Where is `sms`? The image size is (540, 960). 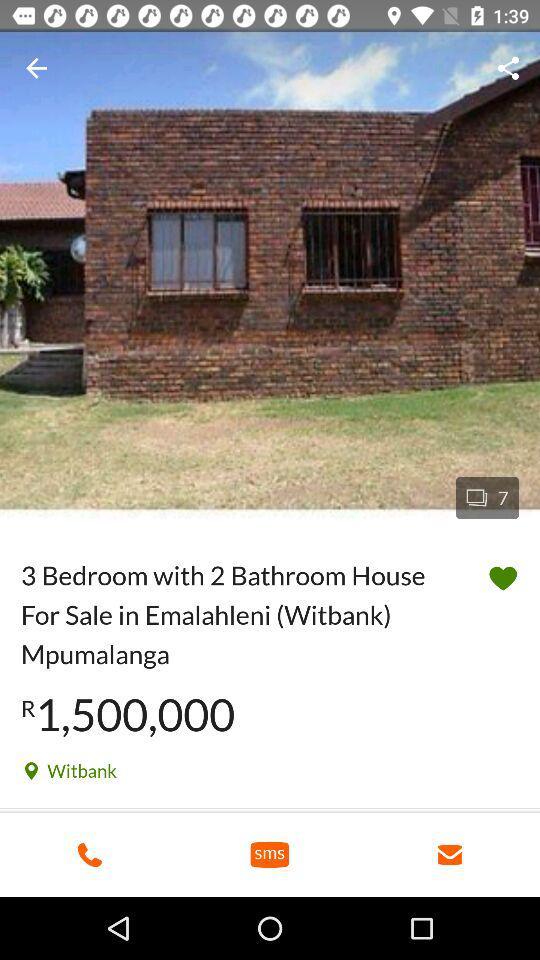 sms is located at coordinates (270, 853).